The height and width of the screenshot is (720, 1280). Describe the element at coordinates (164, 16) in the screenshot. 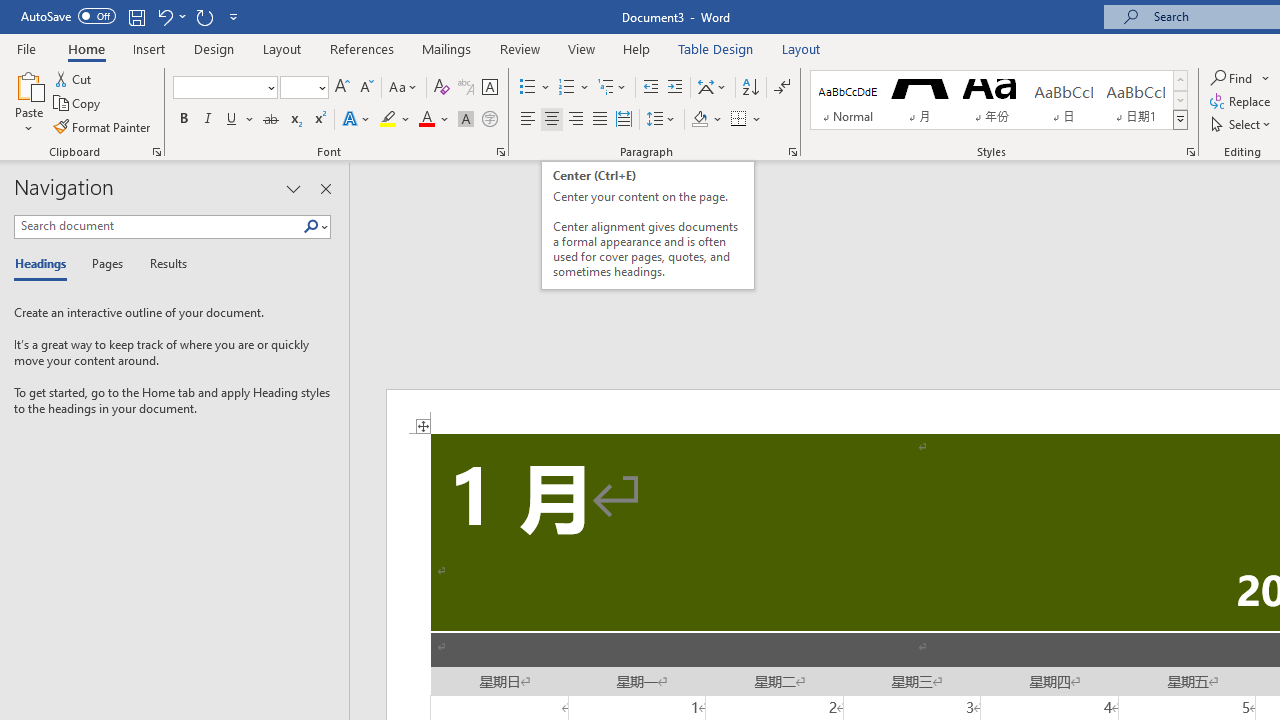

I see `'Undo Apply Quick Style'` at that location.